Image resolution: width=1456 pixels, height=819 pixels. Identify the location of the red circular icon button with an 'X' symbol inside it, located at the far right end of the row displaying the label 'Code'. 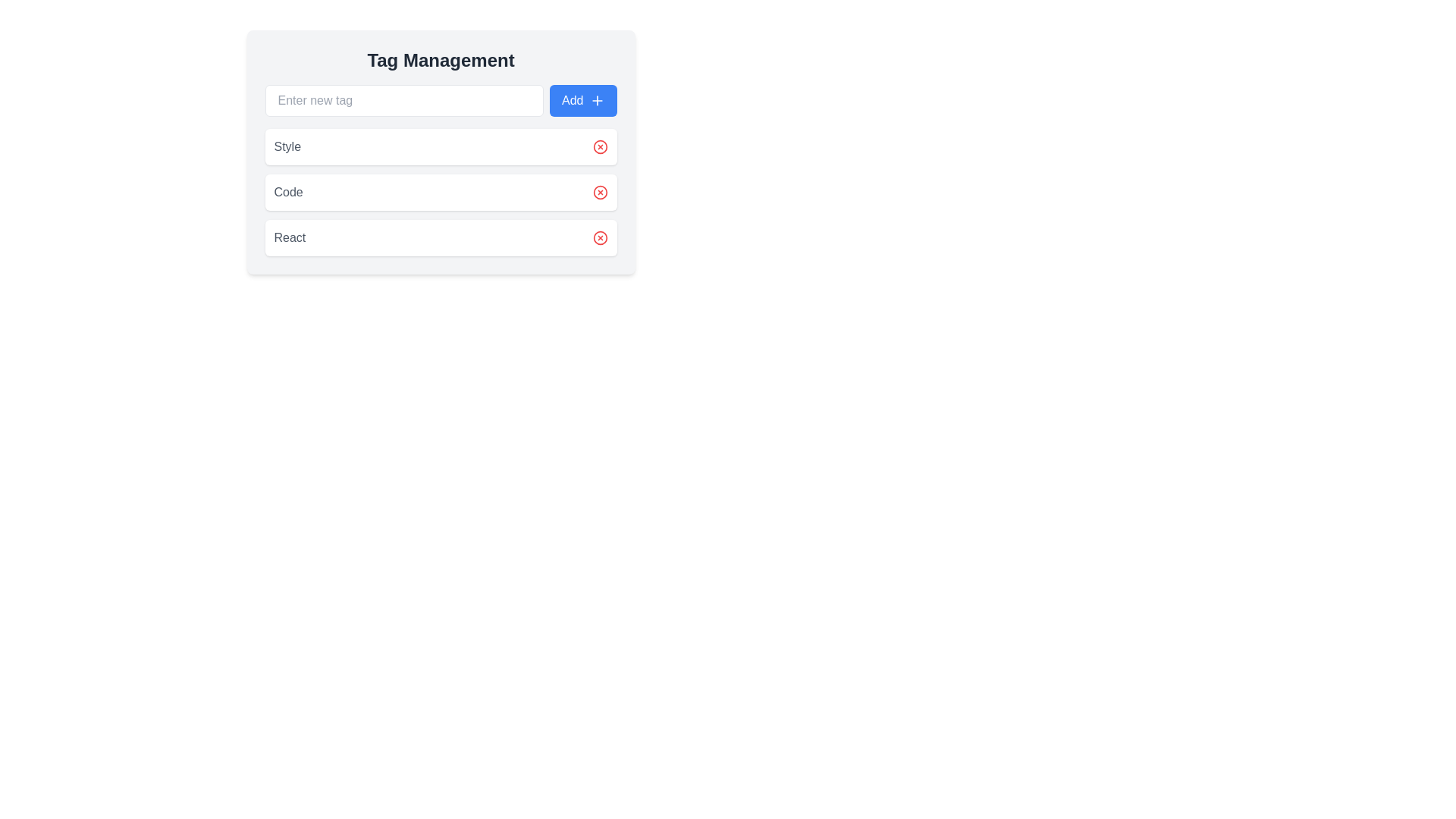
(599, 192).